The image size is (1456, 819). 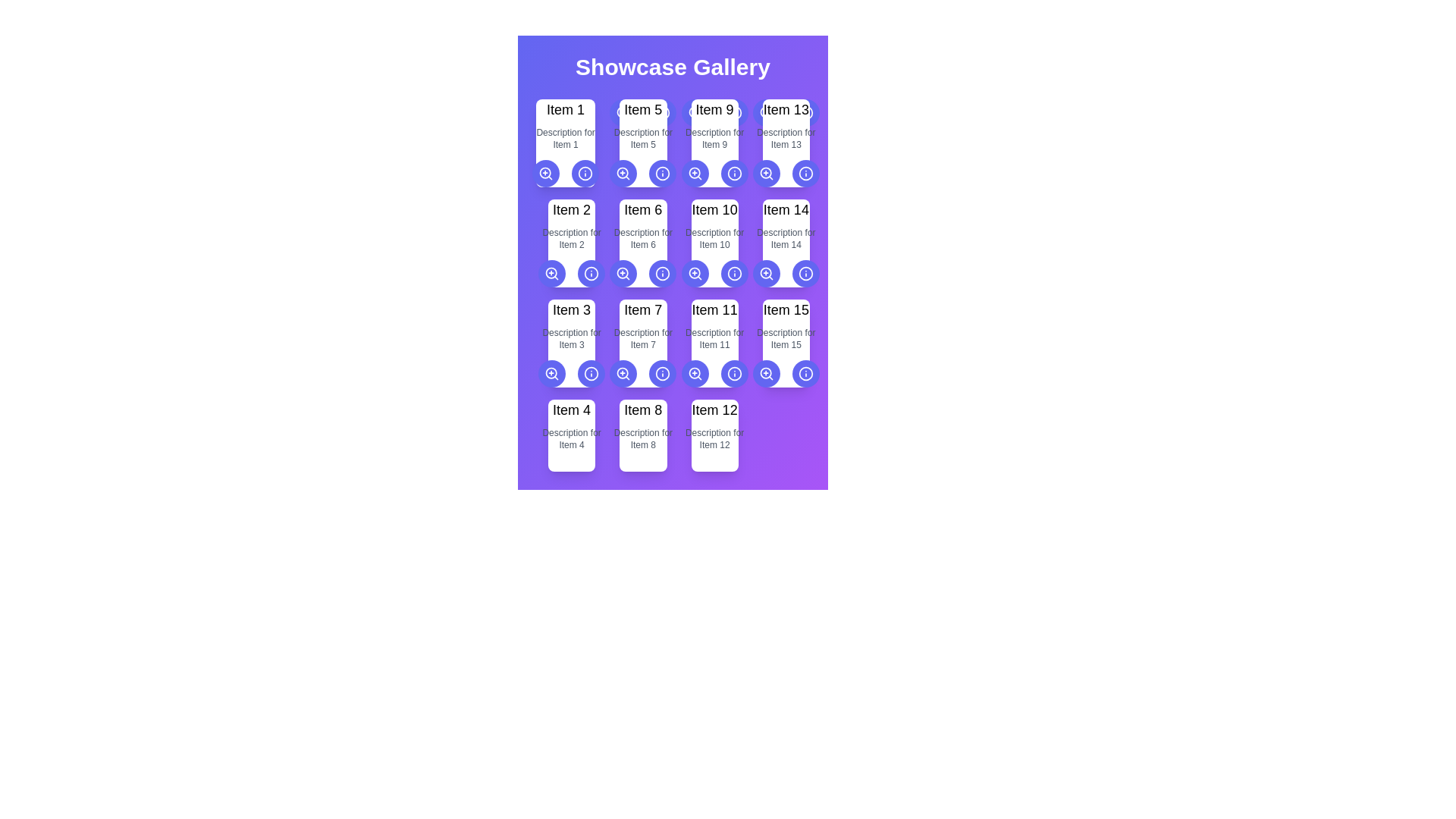 I want to click on the individual item in the Showcase Gallery, specifically the third item in the second row of the grid layout, so click(x=672, y=285).